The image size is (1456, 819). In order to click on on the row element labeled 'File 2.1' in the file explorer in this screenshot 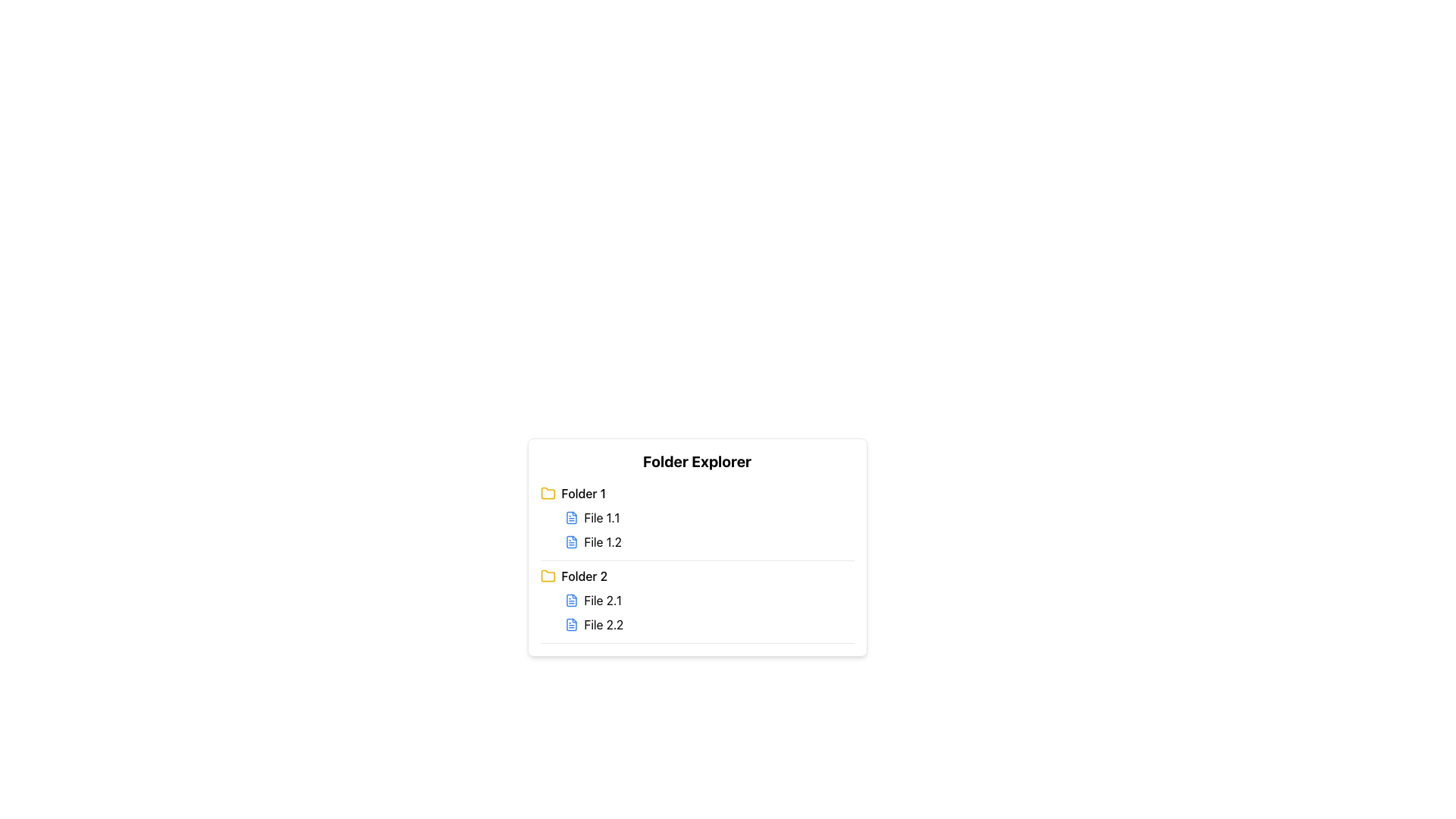, I will do `click(708, 599)`.